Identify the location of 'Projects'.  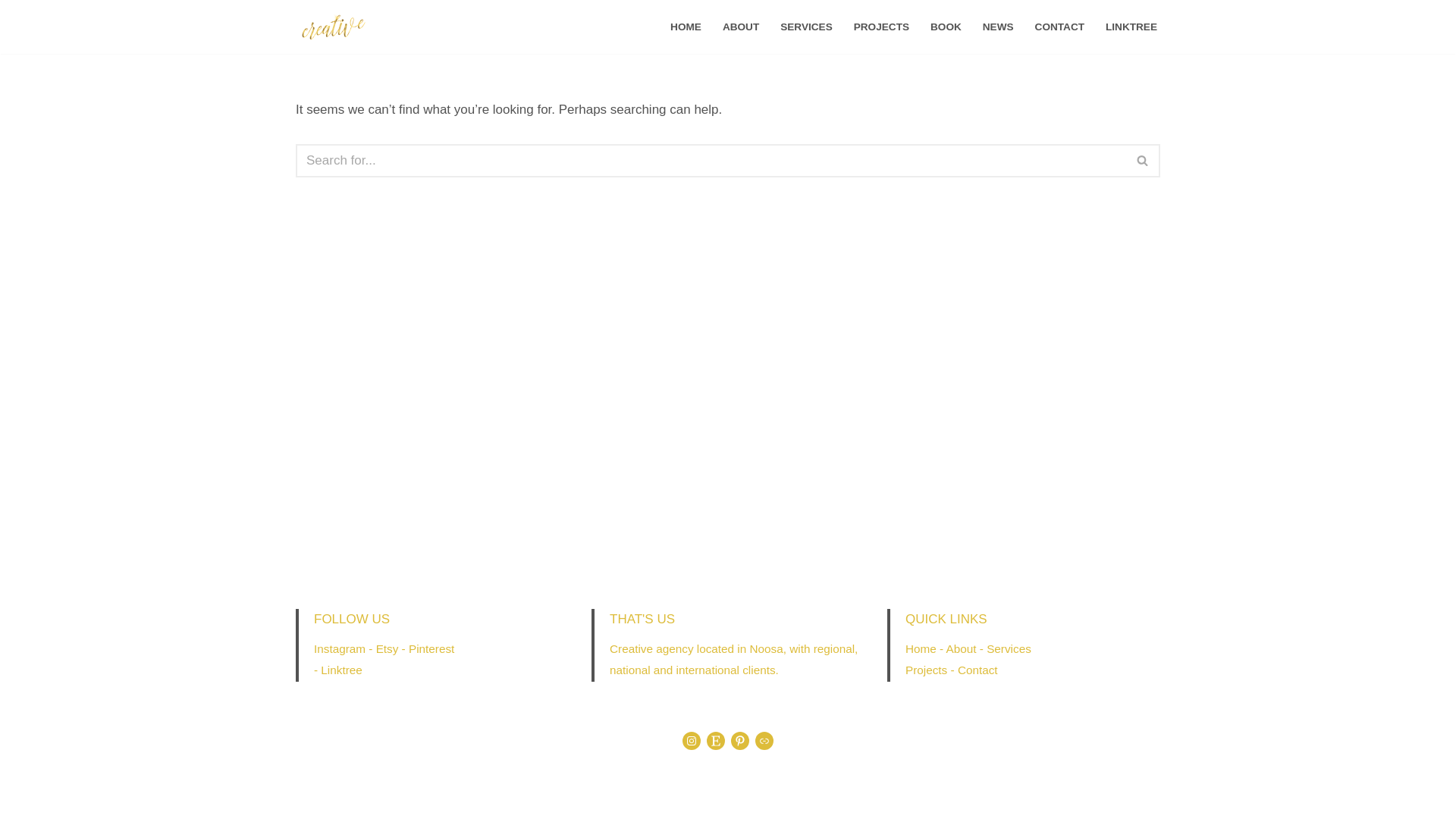
(925, 669).